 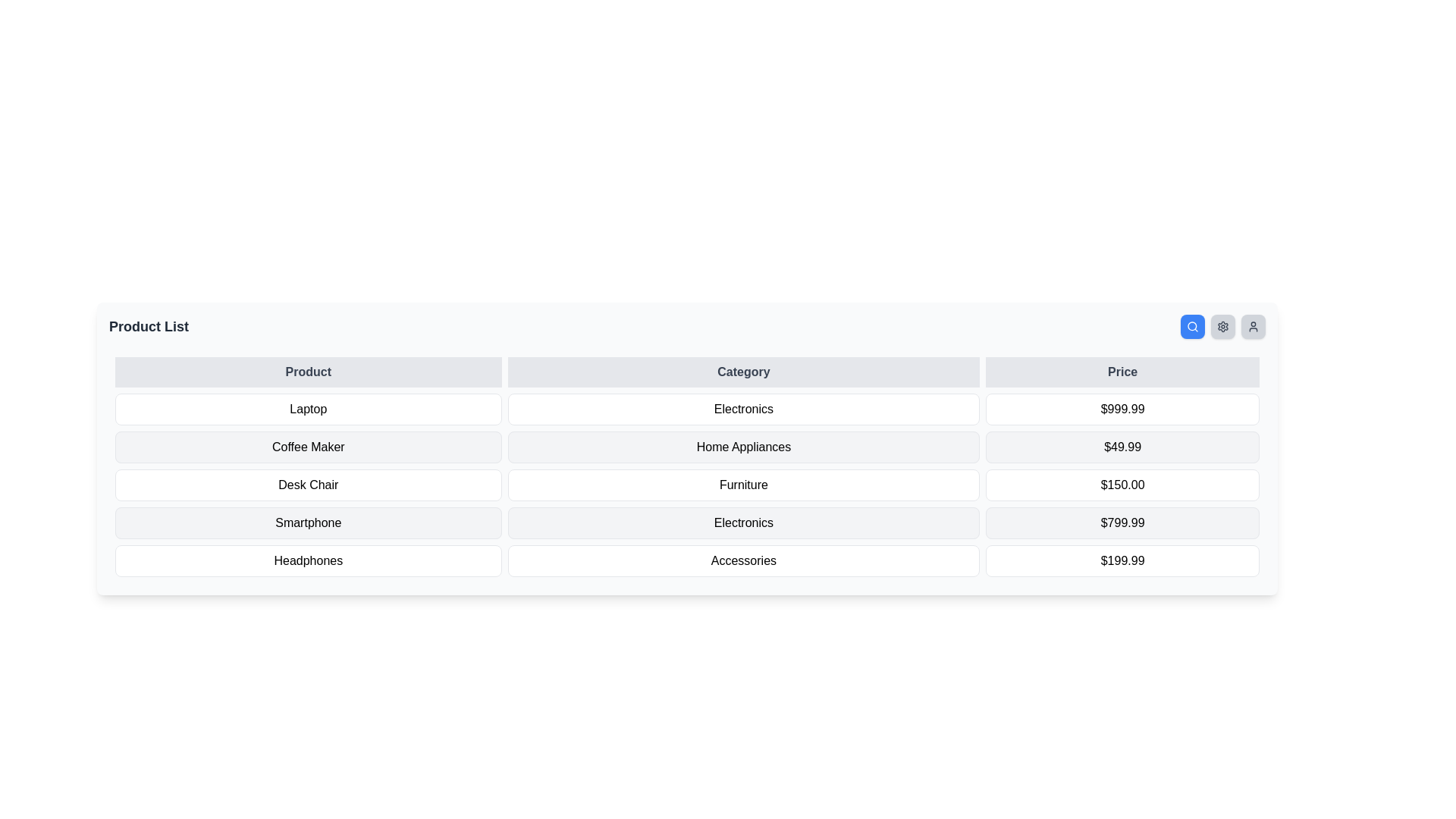 I want to click on the text label displaying the monetary value '$799.99', which is located in the third column of the fourth row under the 'Price' header in the data table, so click(x=1122, y=522).